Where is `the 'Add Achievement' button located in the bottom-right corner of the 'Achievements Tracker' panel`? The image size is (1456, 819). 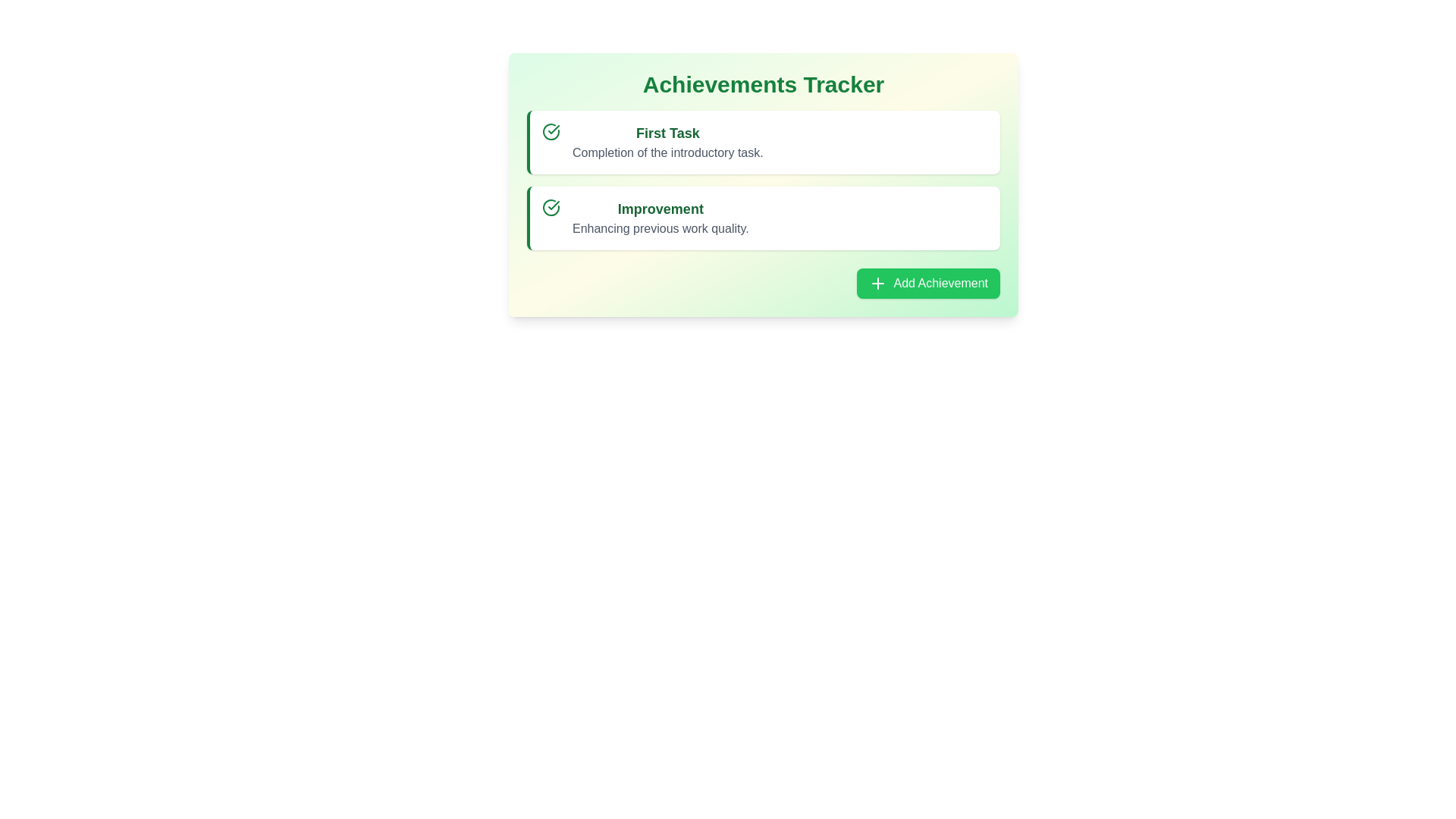 the 'Add Achievement' button located in the bottom-right corner of the 'Achievements Tracker' panel is located at coordinates (927, 284).